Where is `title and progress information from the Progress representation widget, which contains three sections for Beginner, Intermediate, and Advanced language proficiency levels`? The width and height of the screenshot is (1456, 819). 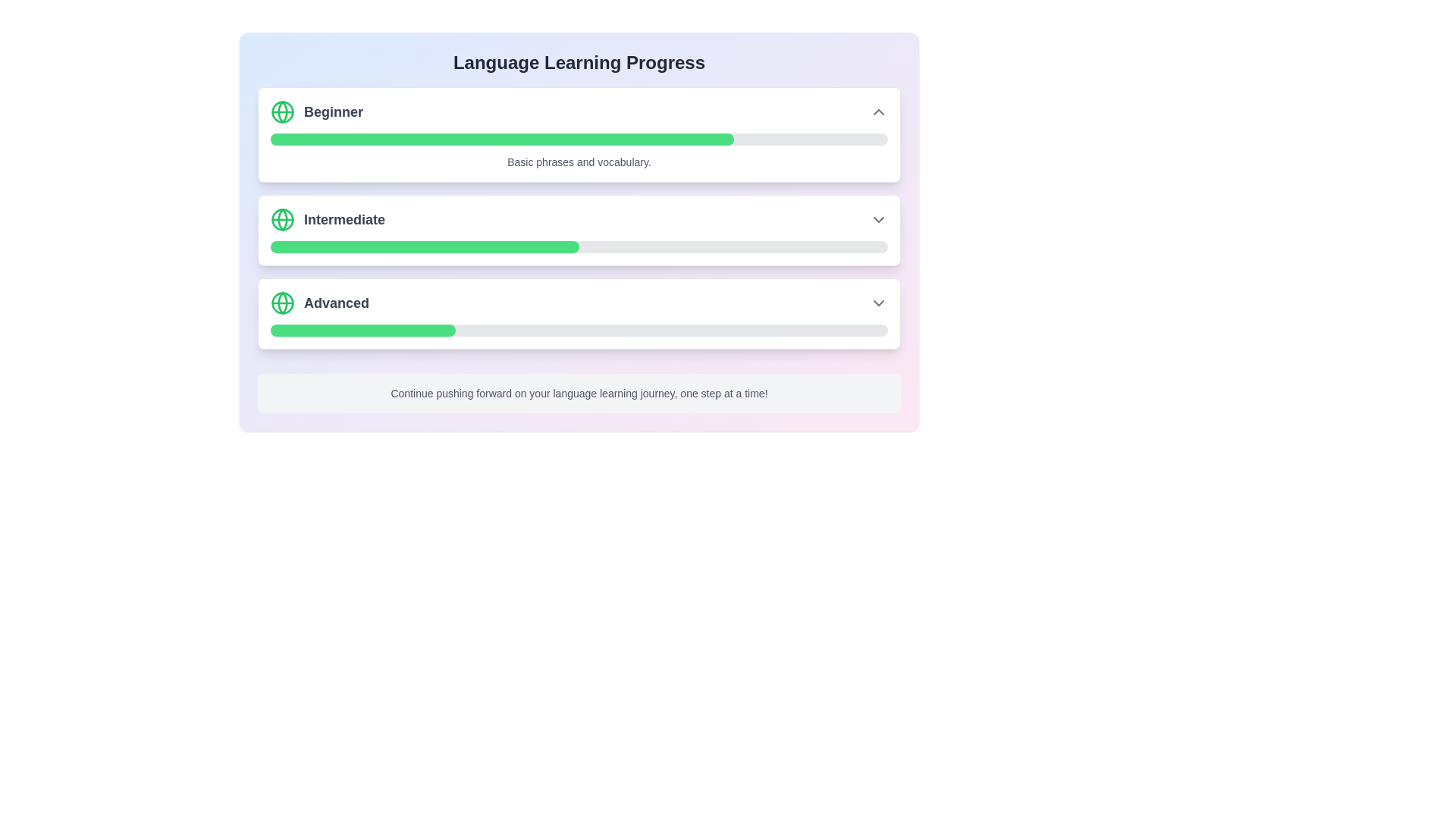
title and progress information from the Progress representation widget, which contains three sections for Beginner, Intermediate, and Advanced language proficiency levels is located at coordinates (578, 218).